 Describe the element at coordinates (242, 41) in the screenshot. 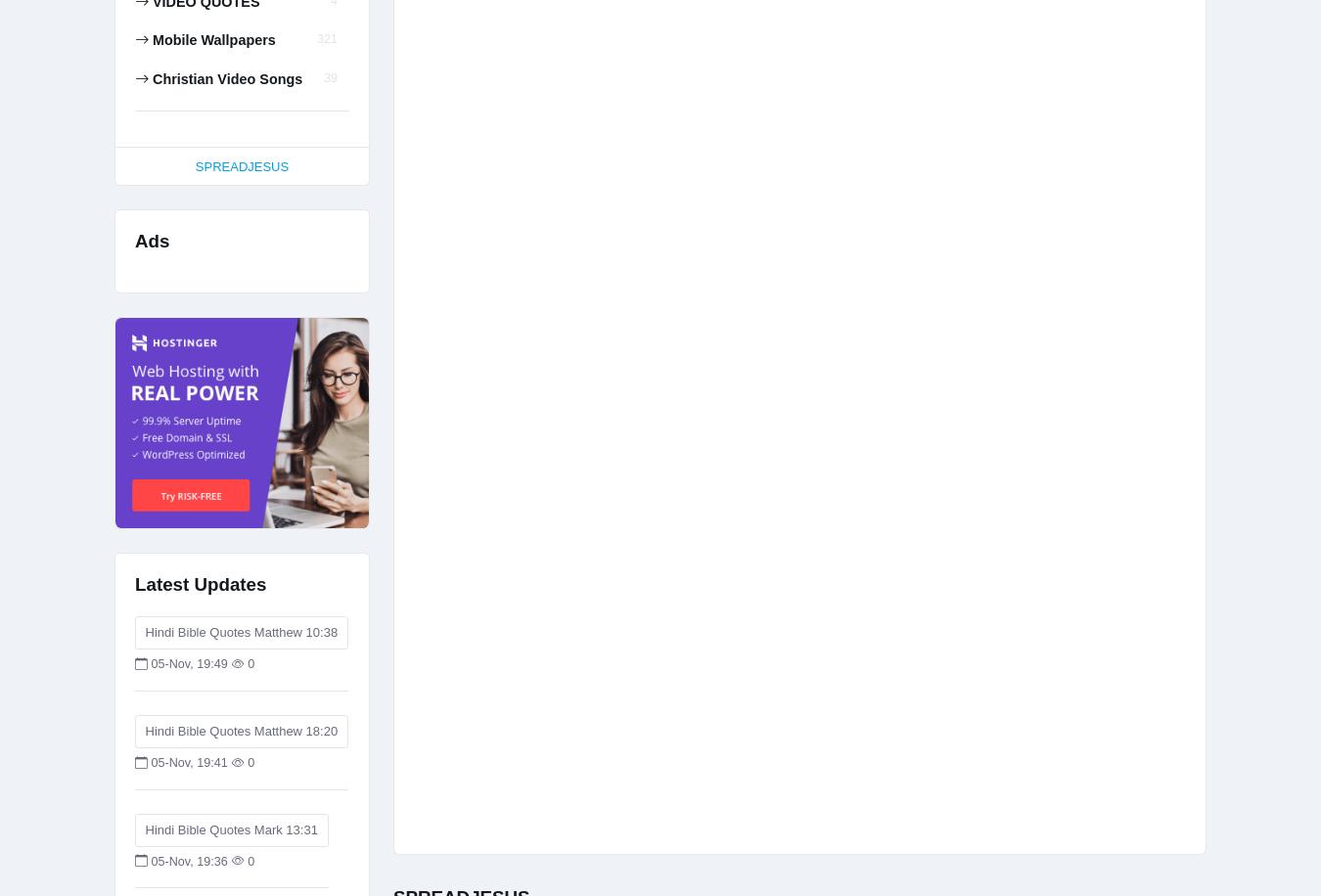

I see `'1 432'` at that location.